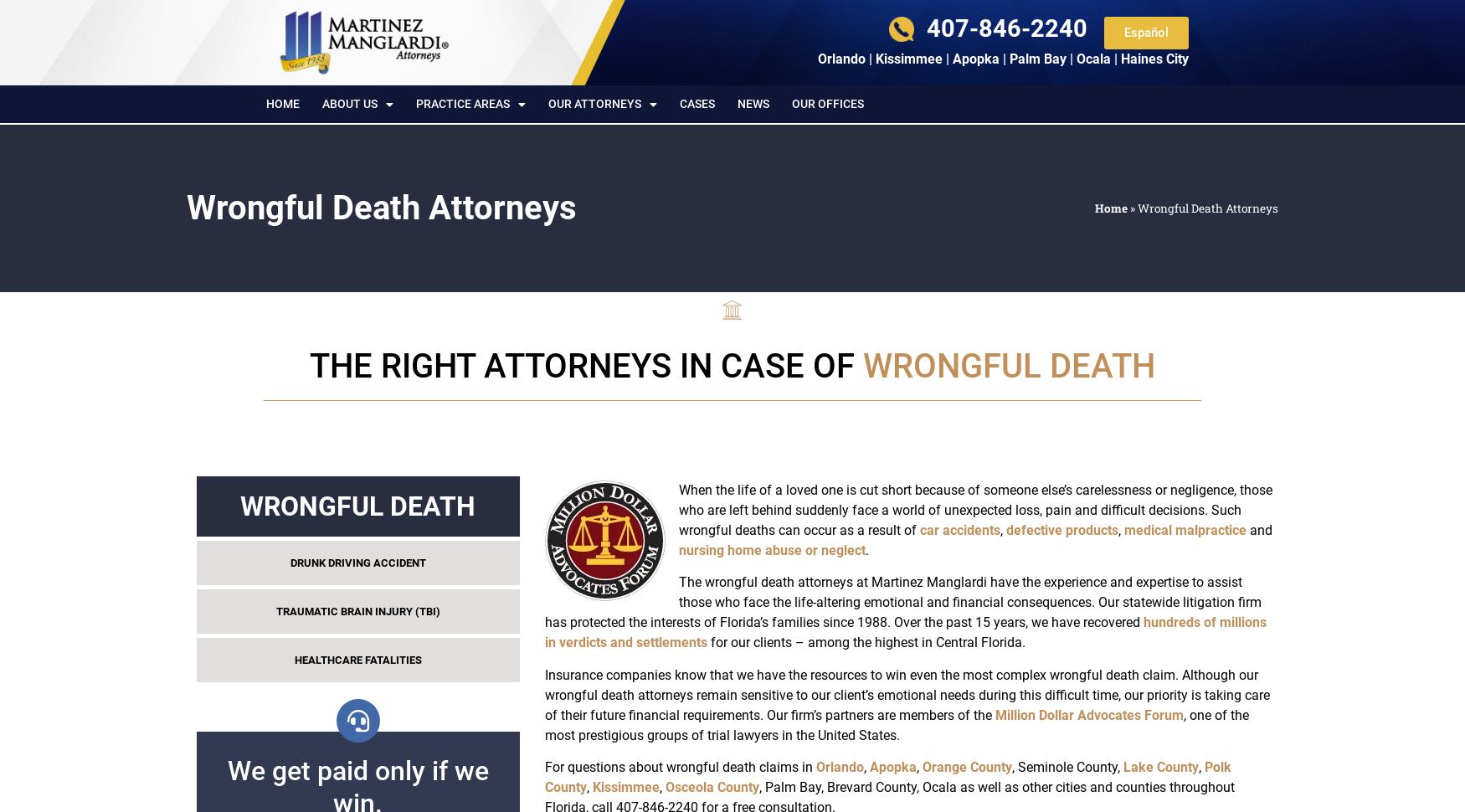  Describe the element at coordinates (357, 610) in the screenshot. I see `'TRAUMATIC BRAIN INJURY (TBI)'` at that location.